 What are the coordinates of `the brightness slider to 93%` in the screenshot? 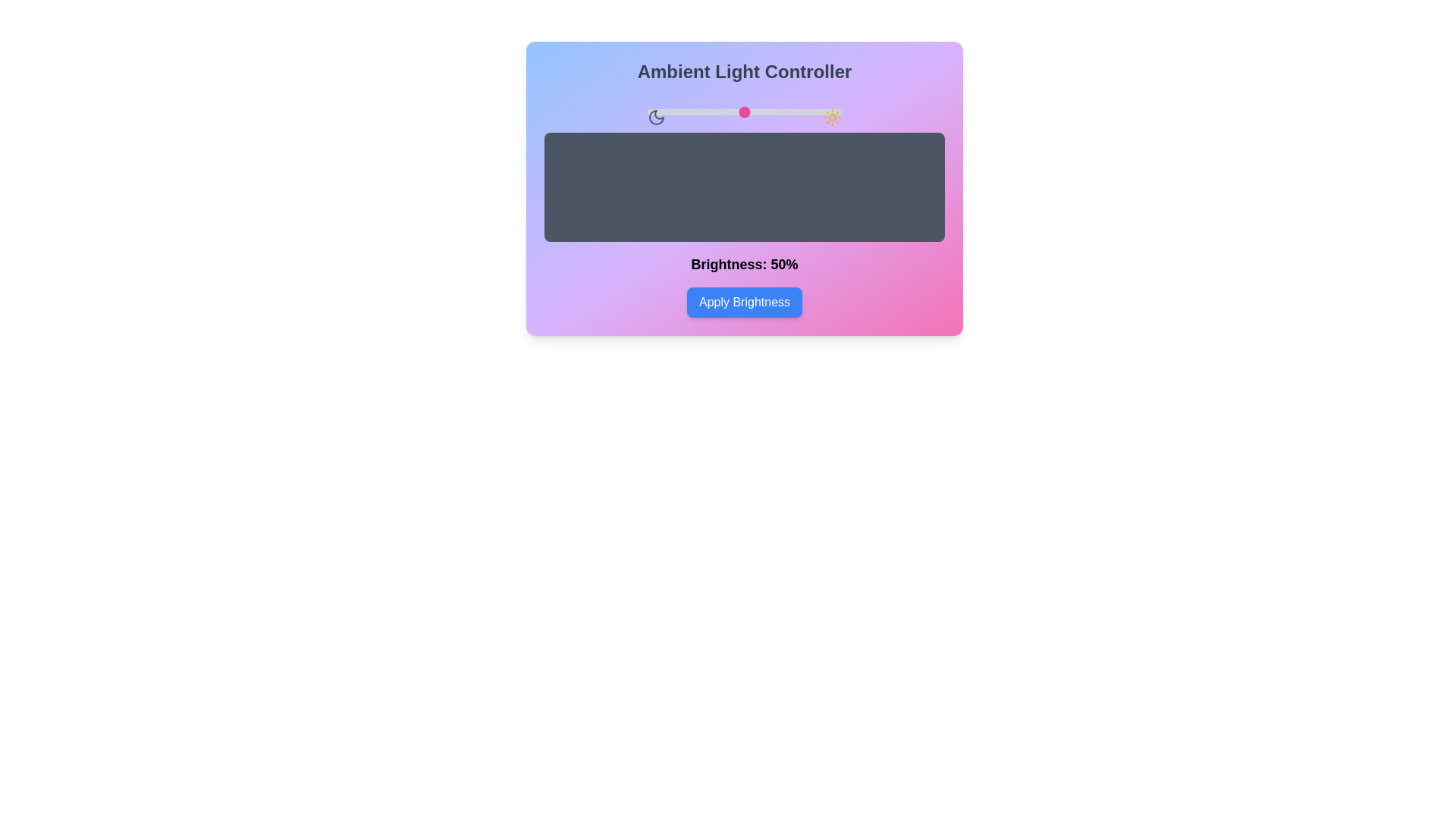 It's located at (827, 111).